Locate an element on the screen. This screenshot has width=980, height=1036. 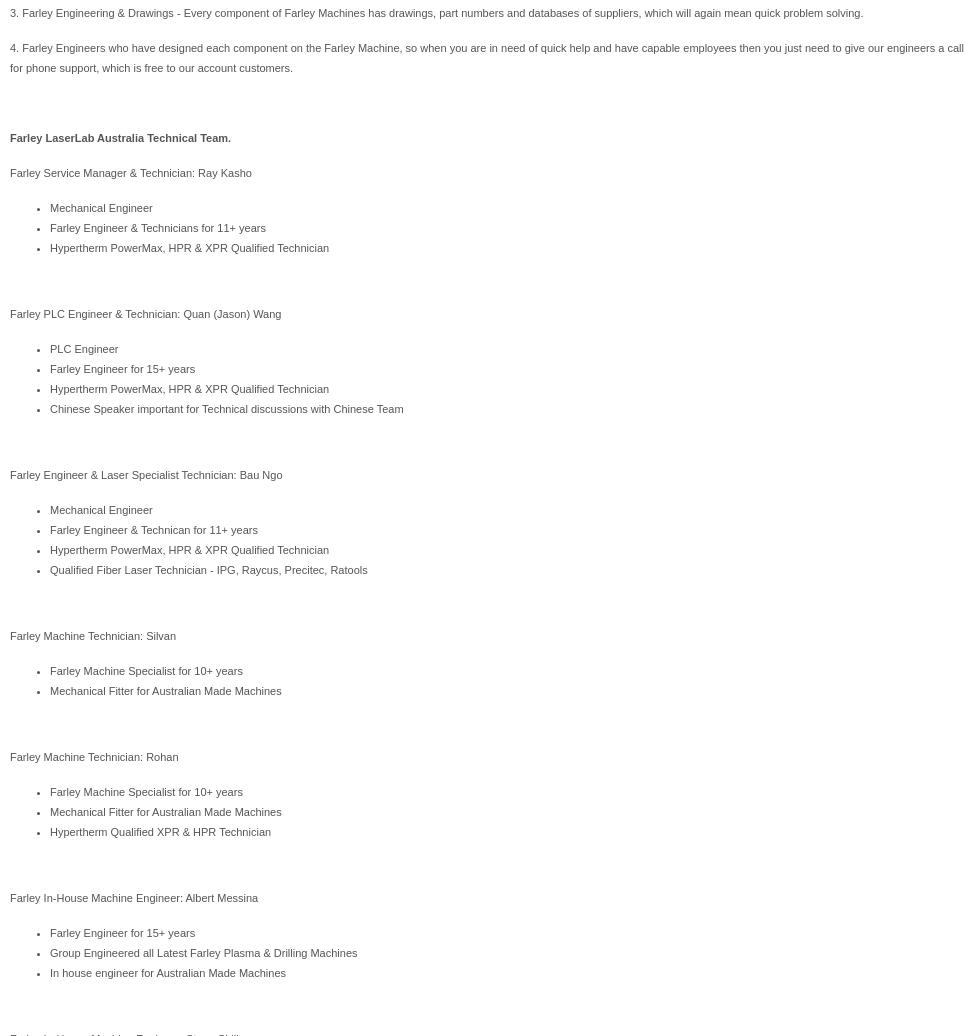
'Farley Engineer & Technicians for 11+ years' is located at coordinates (157, 228).